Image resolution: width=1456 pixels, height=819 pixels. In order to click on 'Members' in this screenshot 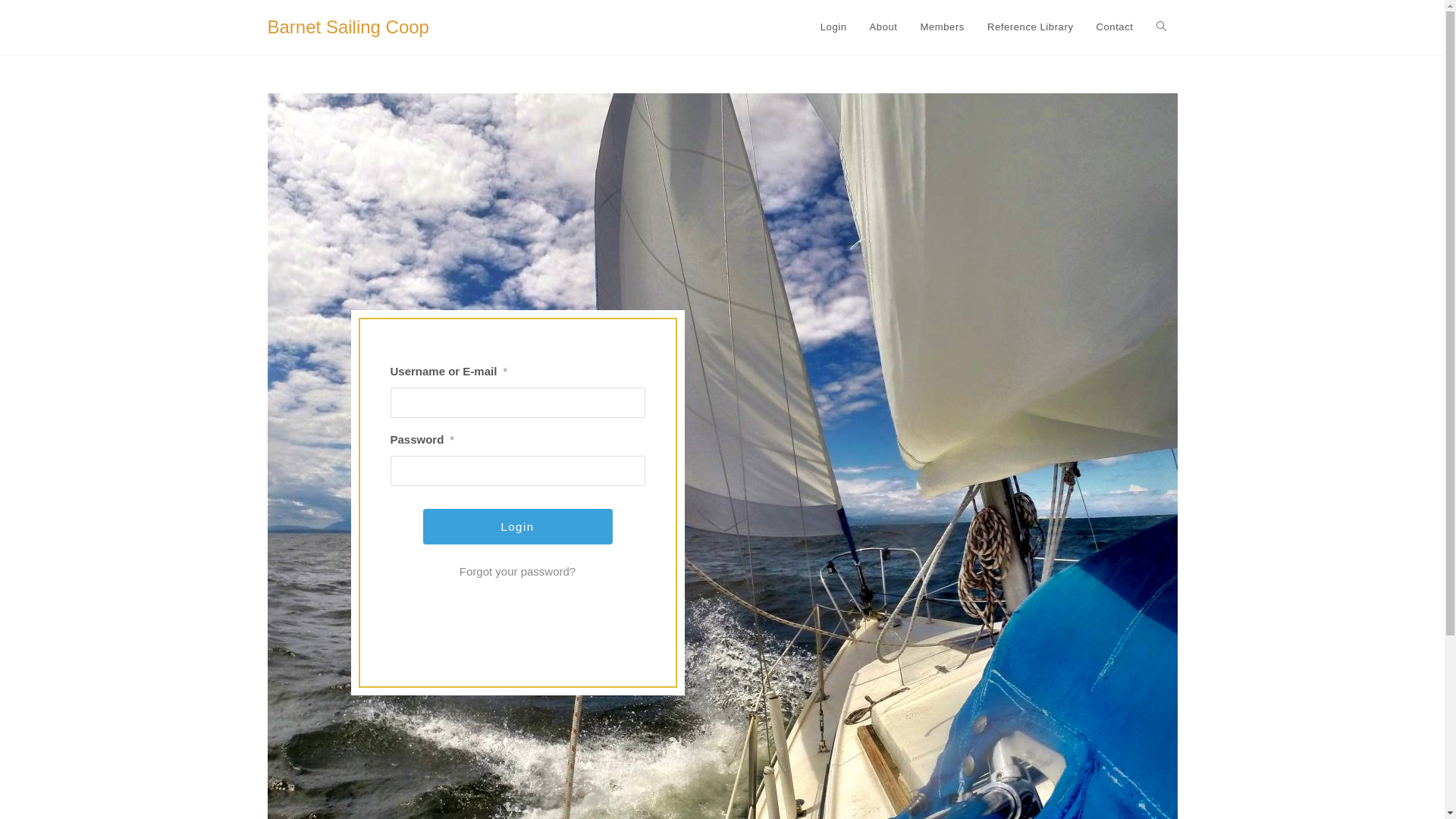, I will do `click(942, 27)`.